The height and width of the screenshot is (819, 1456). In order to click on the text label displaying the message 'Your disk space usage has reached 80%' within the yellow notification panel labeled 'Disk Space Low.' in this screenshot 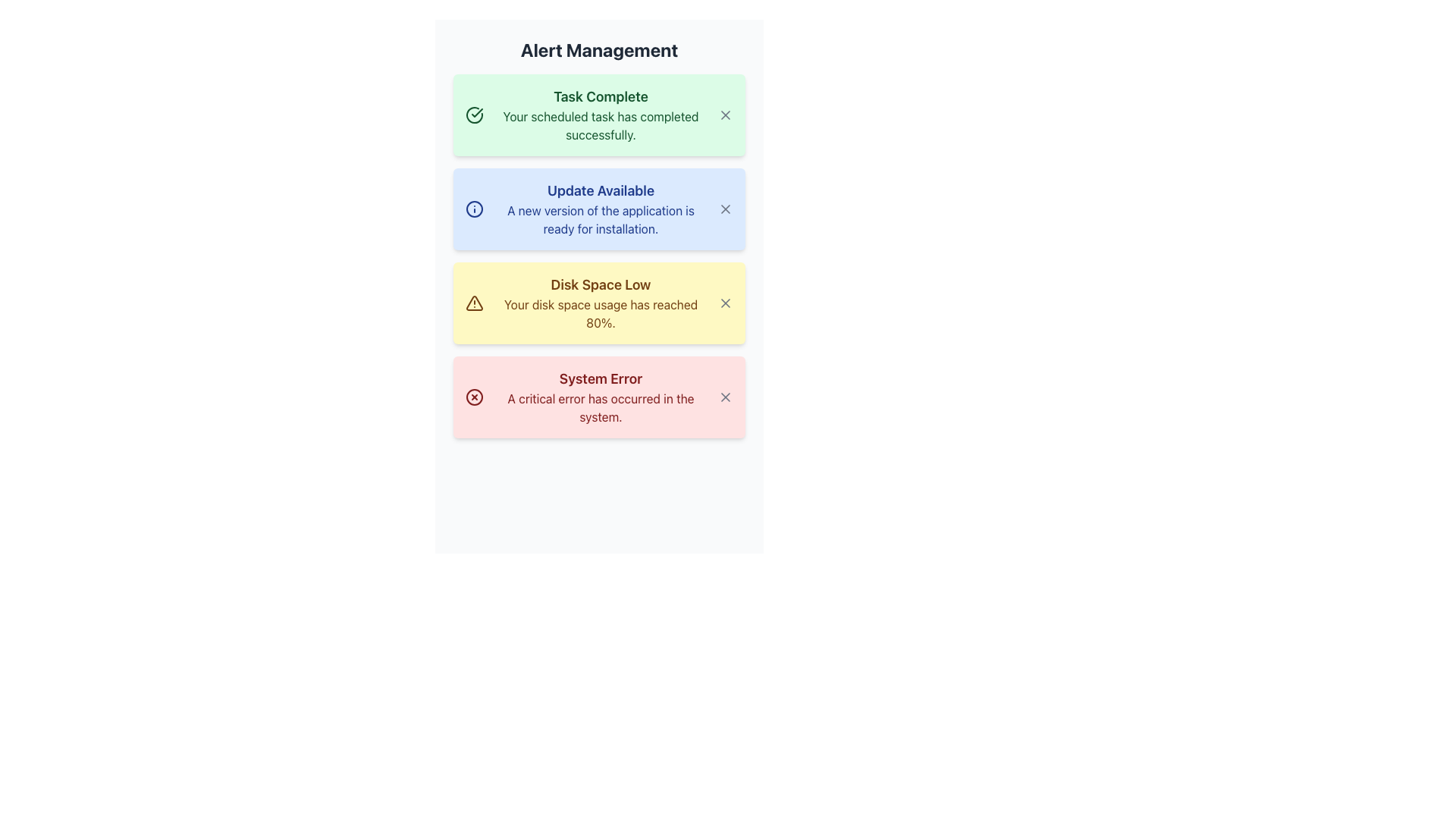, I will do `click(600, 312)`.